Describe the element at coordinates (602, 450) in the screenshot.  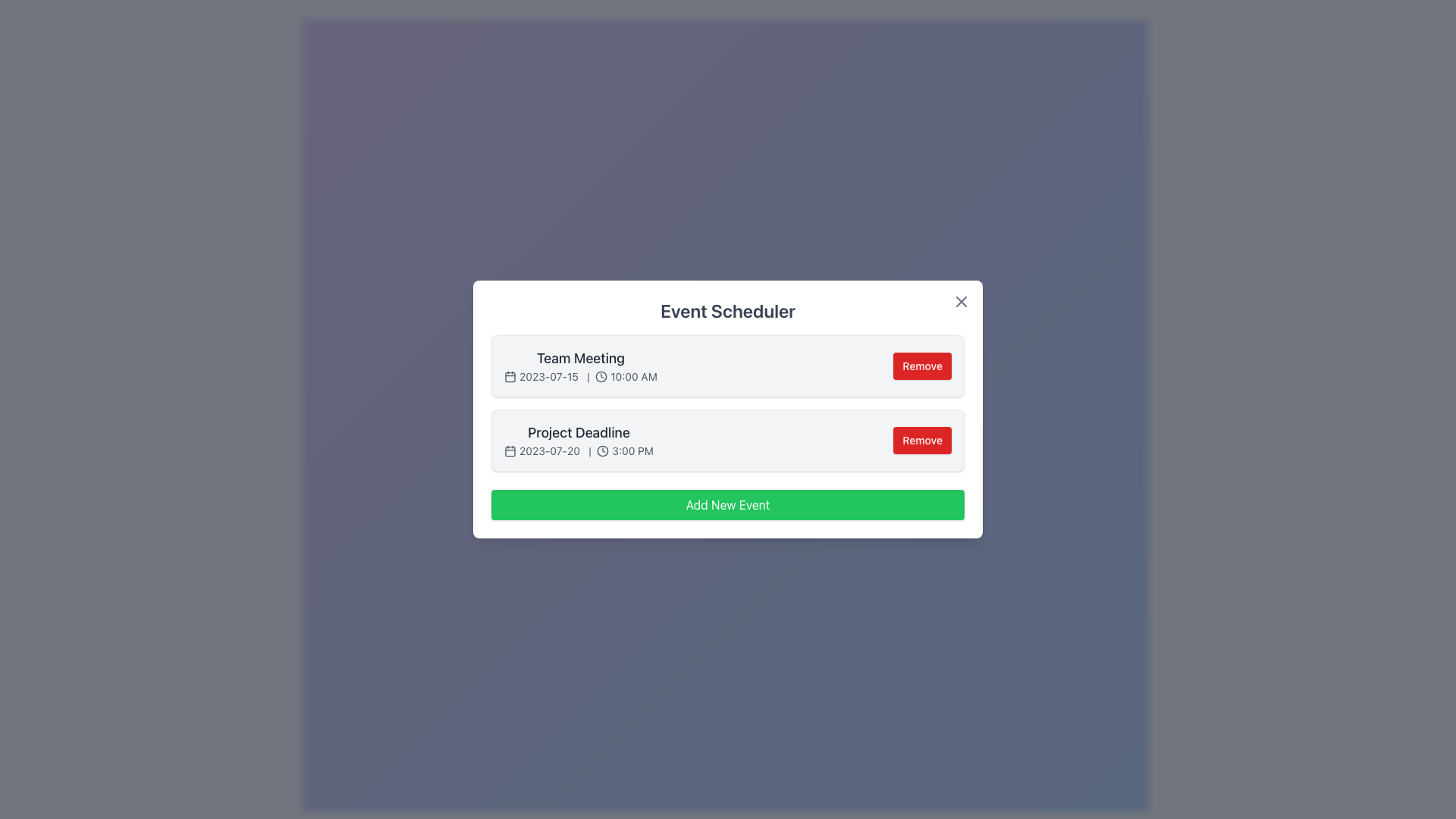
I see `the clock icon that indicates the event time, positioned in the lower item of the event details, following the calendar icon and preceding the event time text ('3:00 PM')` at that location.